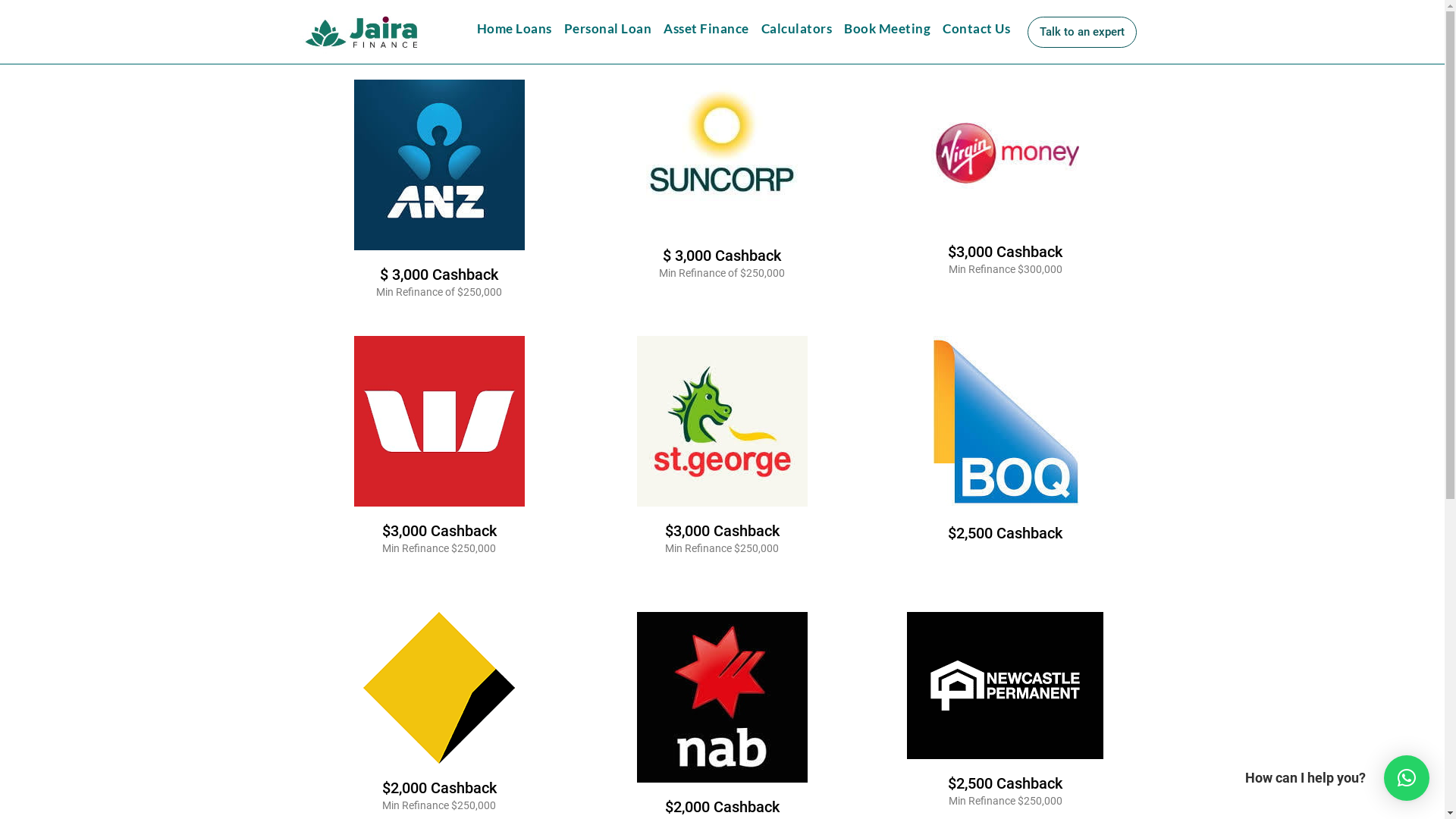  What do you see at coordinates (513, 29) in the screenshot?
I see `'Home Loans'` at bounding box center [513, 29].